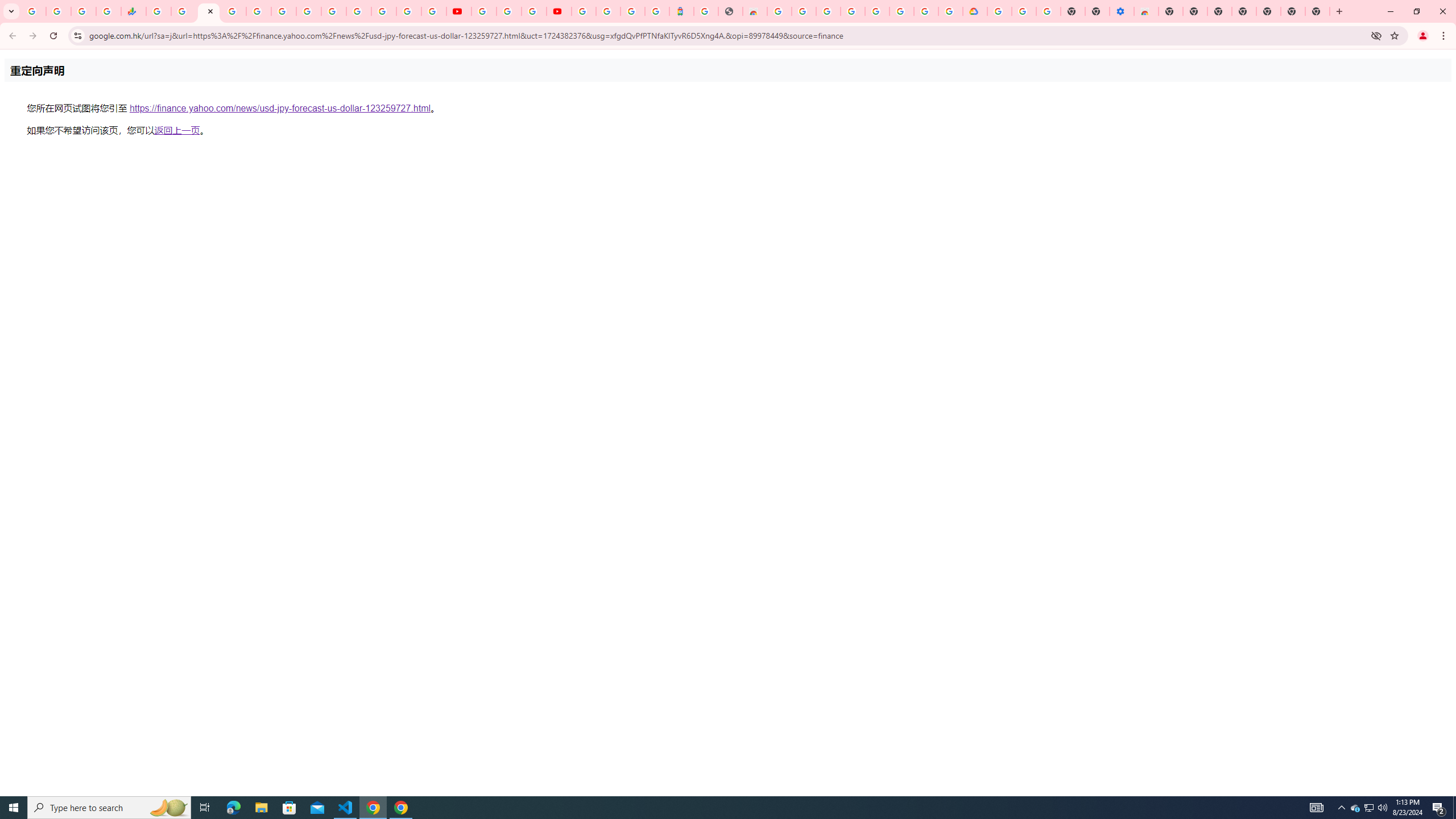 Image resolution: width=1456 pixels, height=819 pixels. Describe the element at coordinates (681, 11) in the screenshot. I see `'Atour Hotel - Google hotels'` at that location.